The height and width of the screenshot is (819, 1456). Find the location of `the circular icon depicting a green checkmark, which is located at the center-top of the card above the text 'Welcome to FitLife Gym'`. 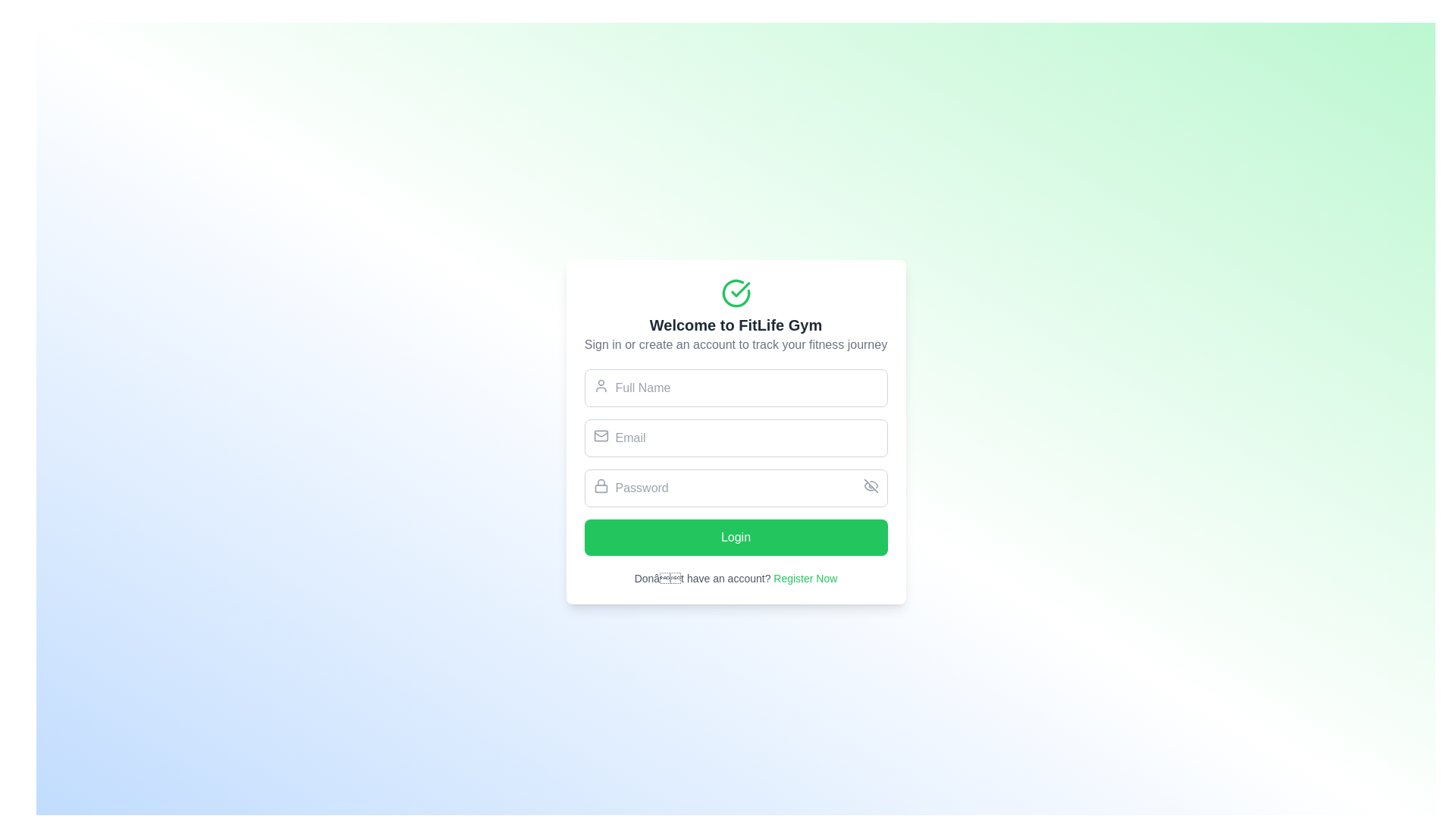

the circular icon depicting a green checkmark, which is located at the center-top of the card above the text 'Welcome to FitLife Gym' is located at coordinates (736, 293).